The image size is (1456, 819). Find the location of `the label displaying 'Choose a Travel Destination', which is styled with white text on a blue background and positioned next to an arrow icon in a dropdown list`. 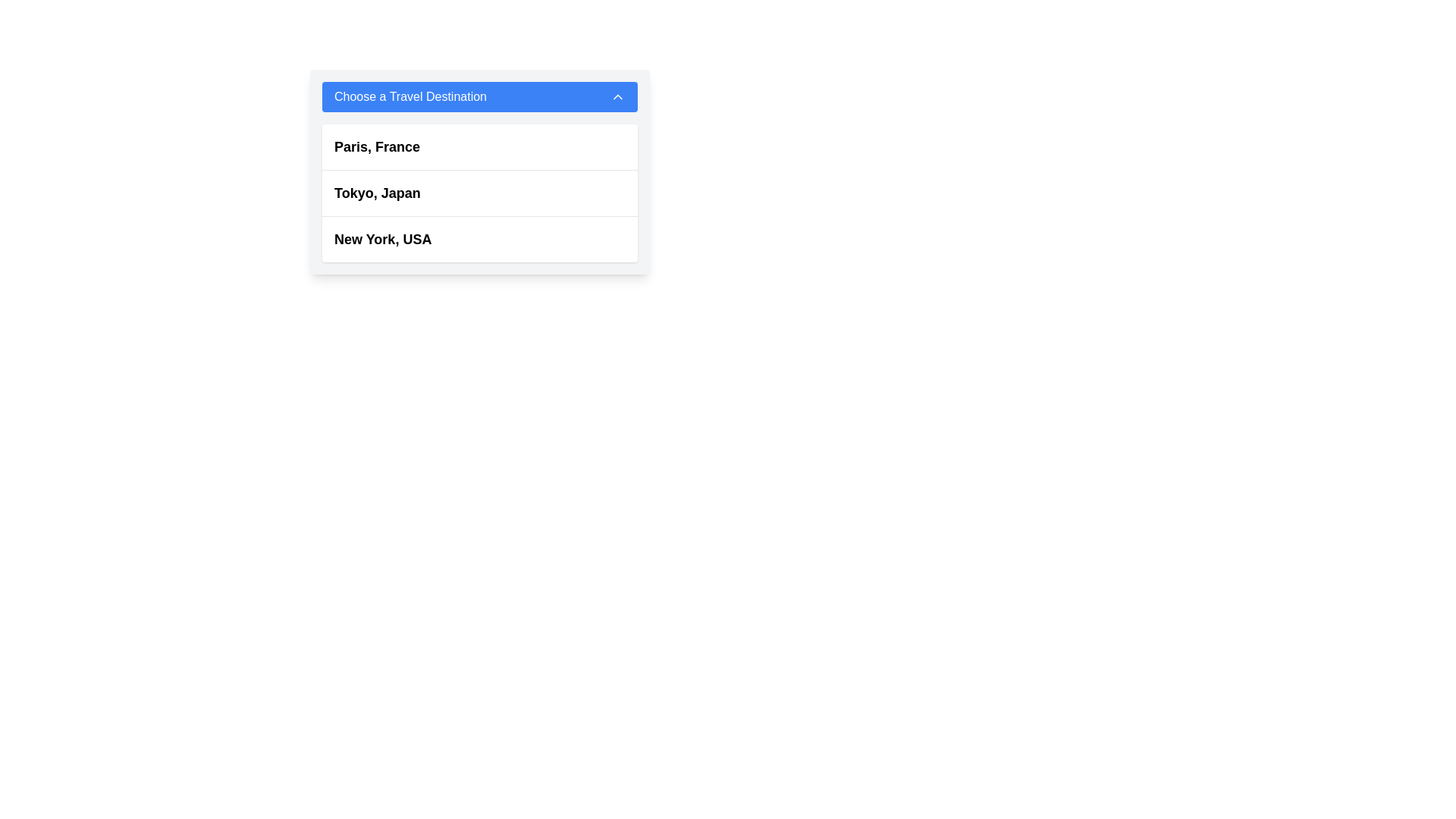

the label displaying 'Choose a Travel Destination', which is styled with white text on a blue background and positioned next to an arrow icon in a dropdown list is located at coordinates (410, 96).